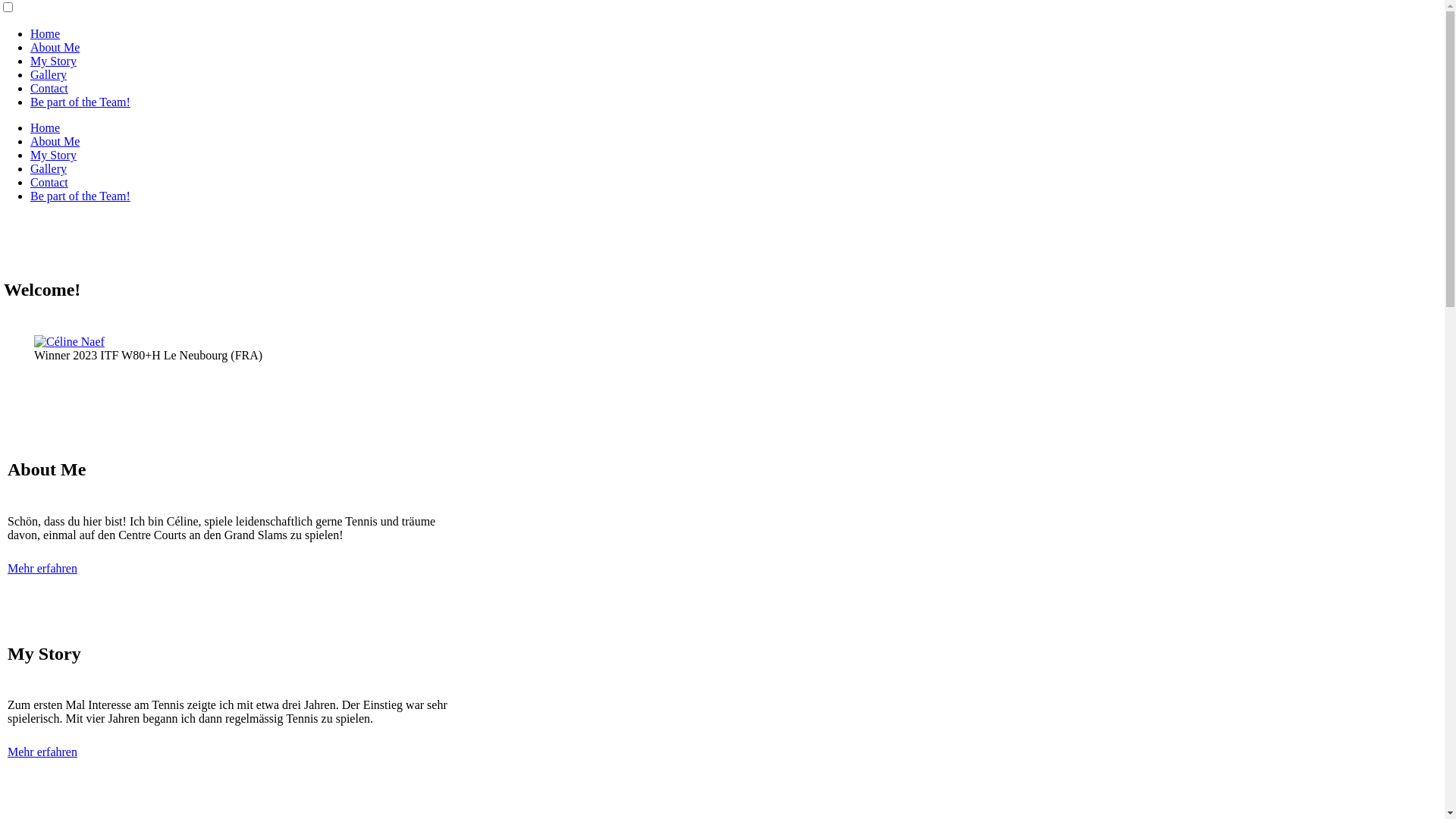 This screenshot has height=819, width=1456. What do you see at coordinates (30, 33) in the screenshot?
I see `'Home'` at bounding box center [30, 33].